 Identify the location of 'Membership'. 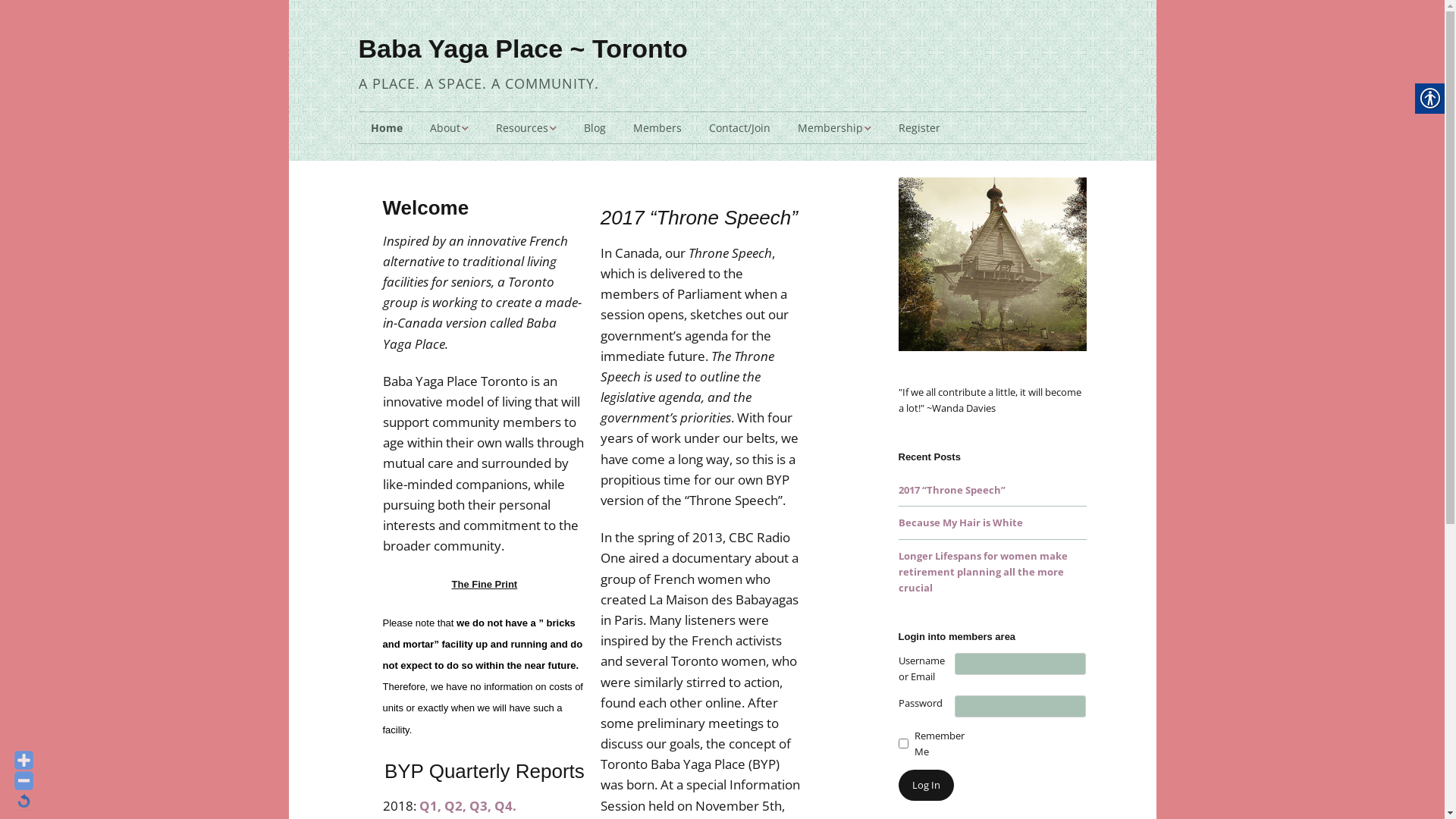
(786, 127).